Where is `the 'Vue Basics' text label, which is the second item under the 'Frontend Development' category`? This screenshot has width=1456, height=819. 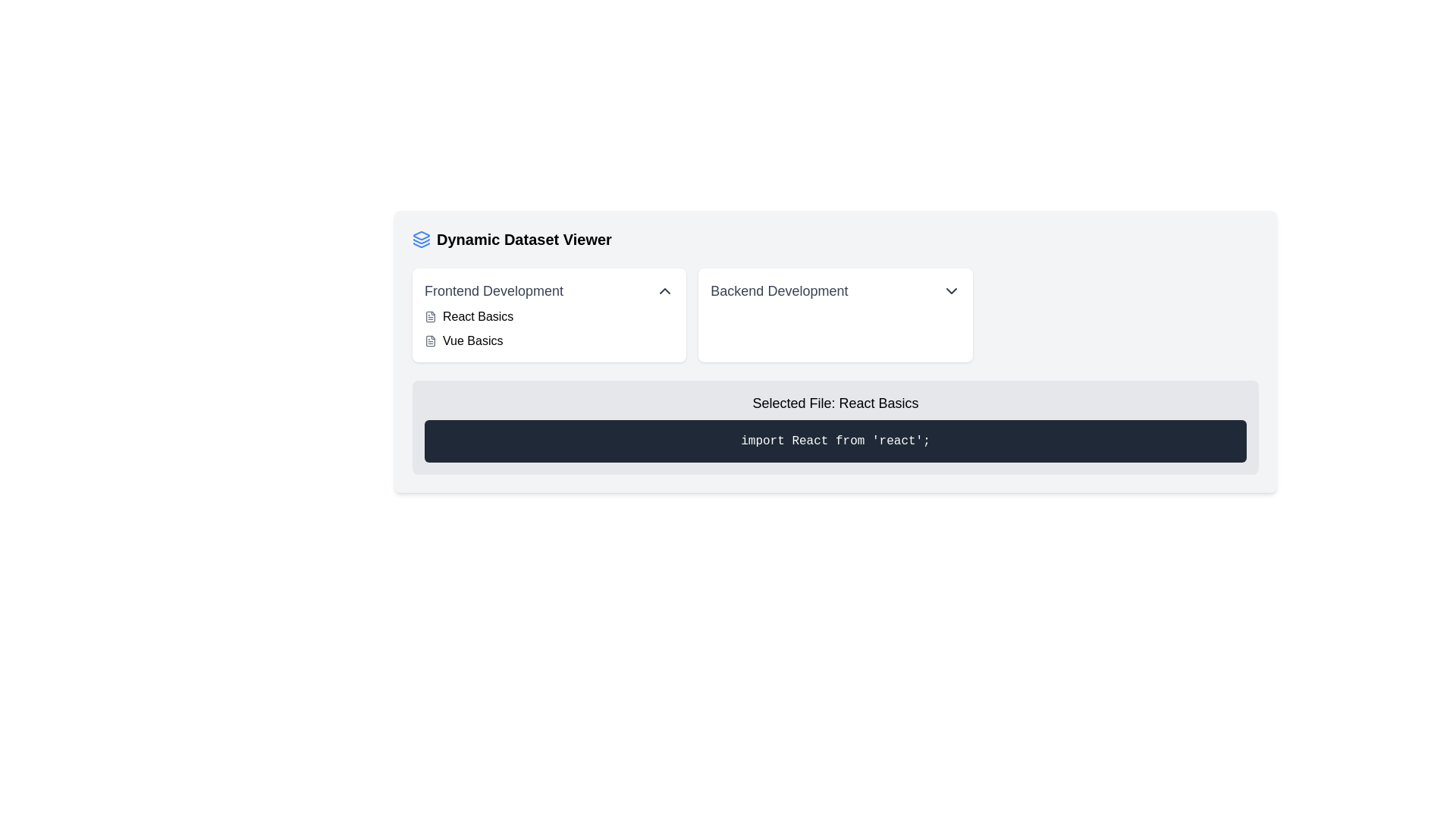
the 'Vue Basics' text label, which is the second item under the 'Frontend Development' category is located at coordinates (472, 341).